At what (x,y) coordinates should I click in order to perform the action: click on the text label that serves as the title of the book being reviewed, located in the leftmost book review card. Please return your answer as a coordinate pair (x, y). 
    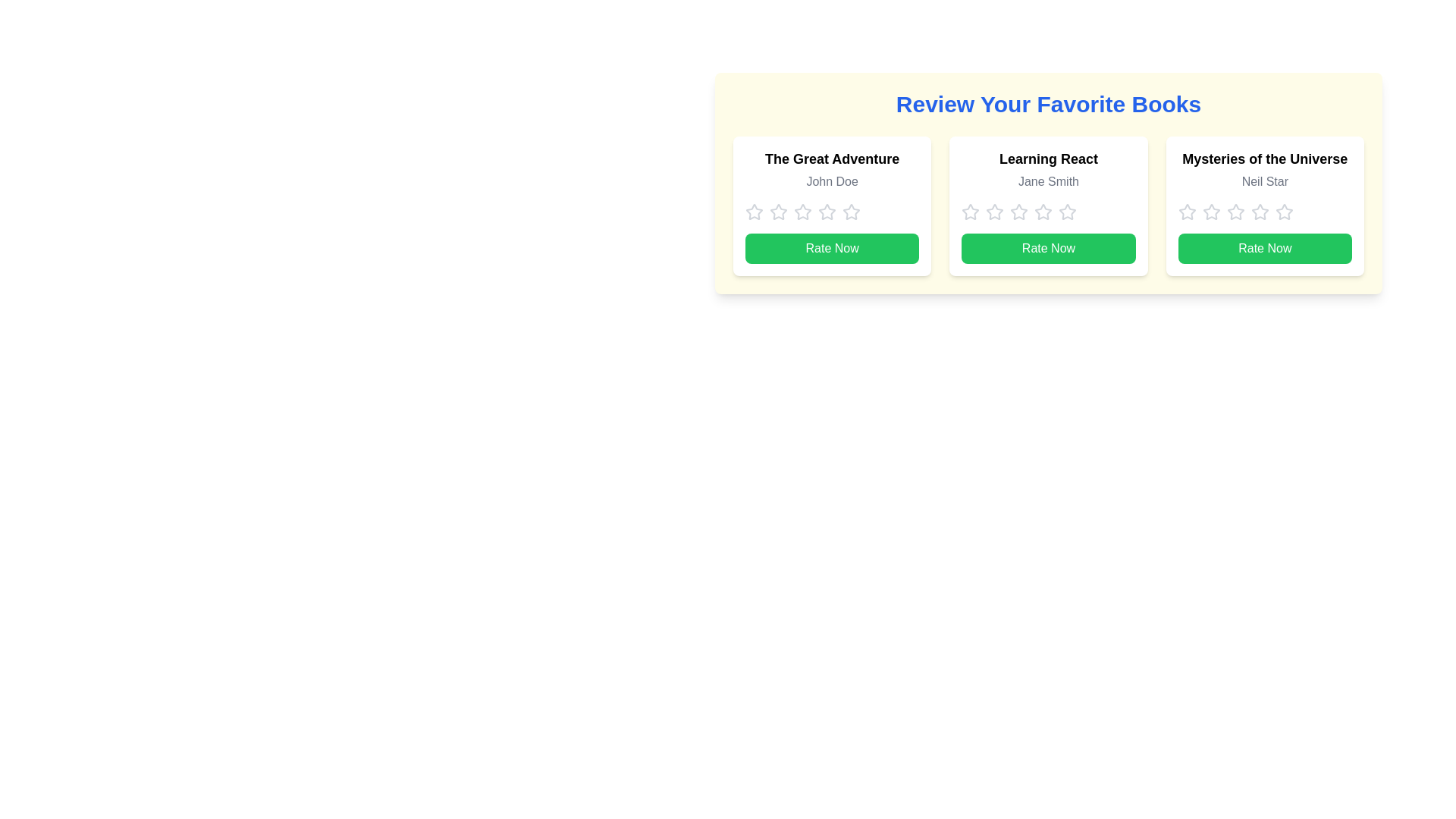
    Looking at the image, I should click on (831, 158).